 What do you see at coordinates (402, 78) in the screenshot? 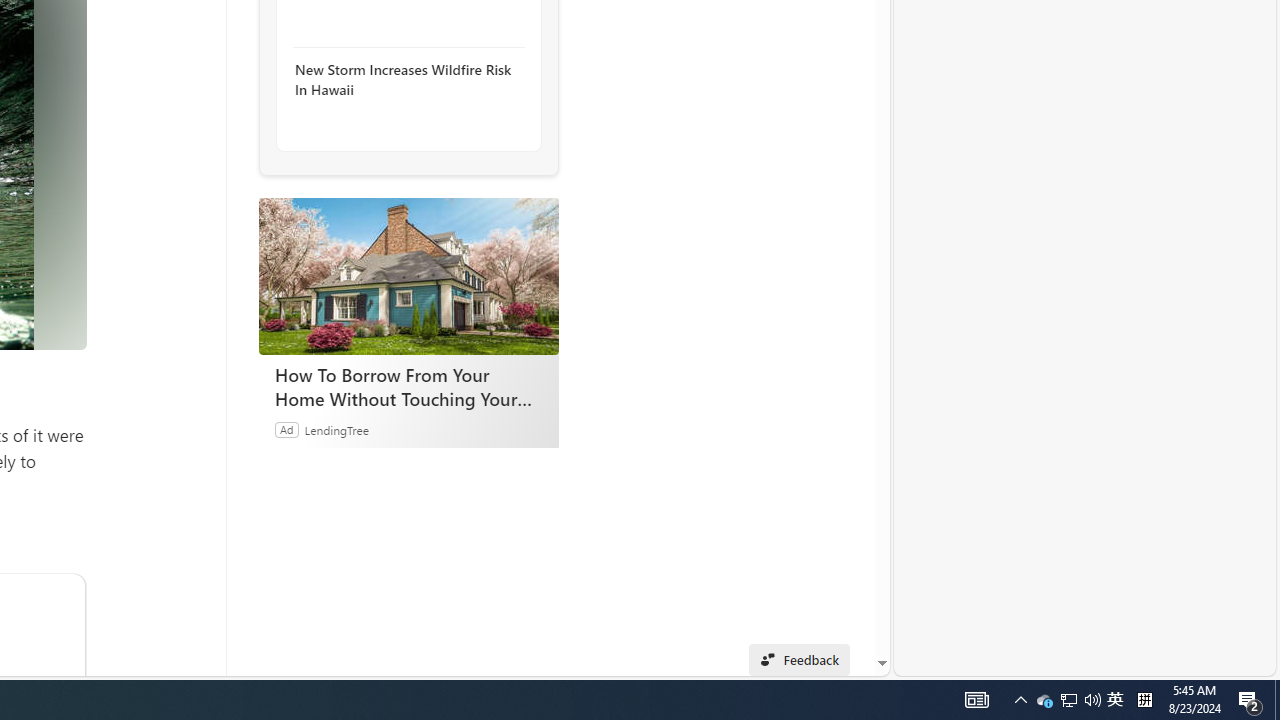
I see `'New Storm Increases Wildfire Risk In Hawaii'` at bounding box center [402, 78].